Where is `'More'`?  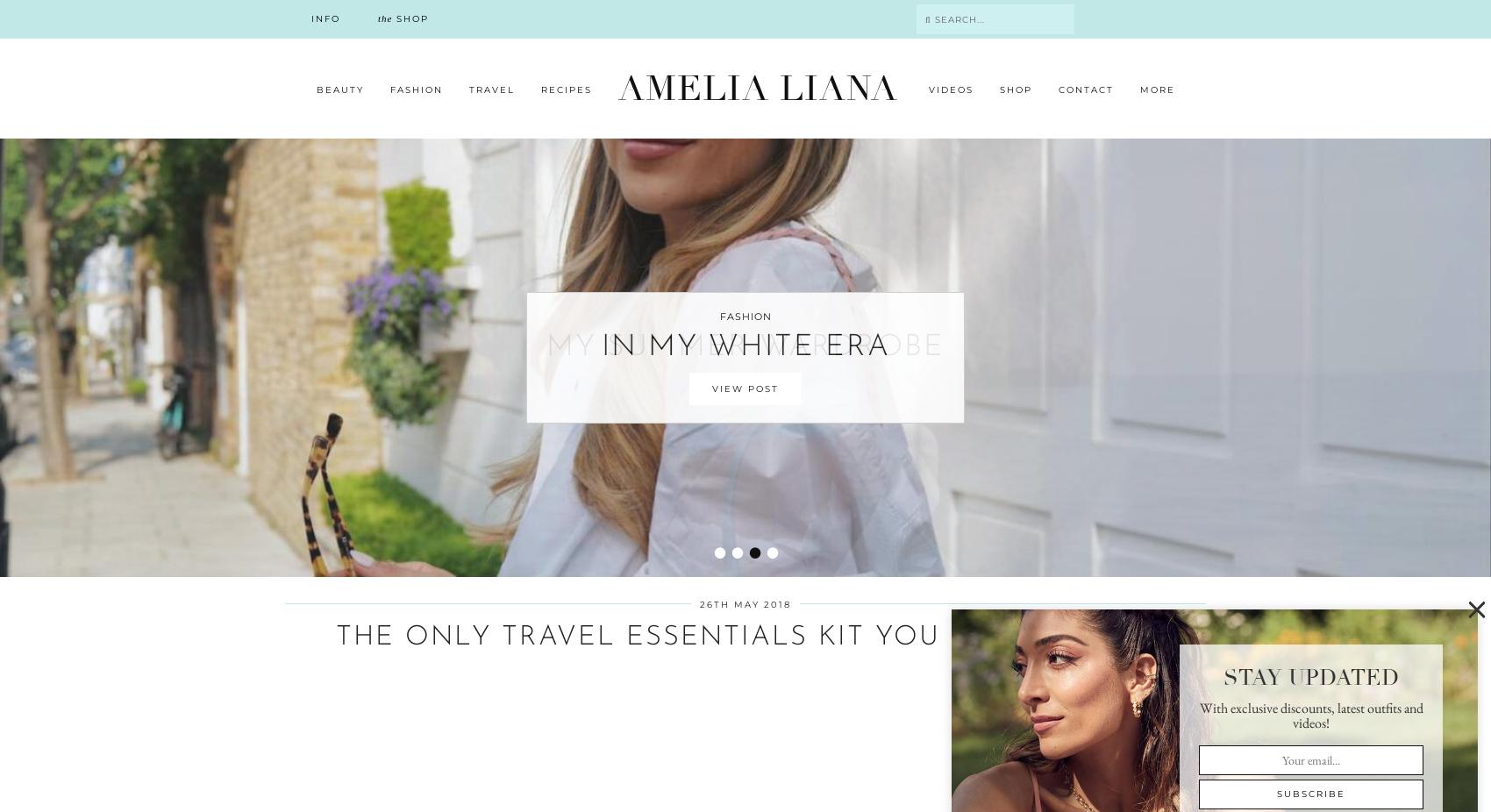
'More' is located at coordinates (1138, 89).